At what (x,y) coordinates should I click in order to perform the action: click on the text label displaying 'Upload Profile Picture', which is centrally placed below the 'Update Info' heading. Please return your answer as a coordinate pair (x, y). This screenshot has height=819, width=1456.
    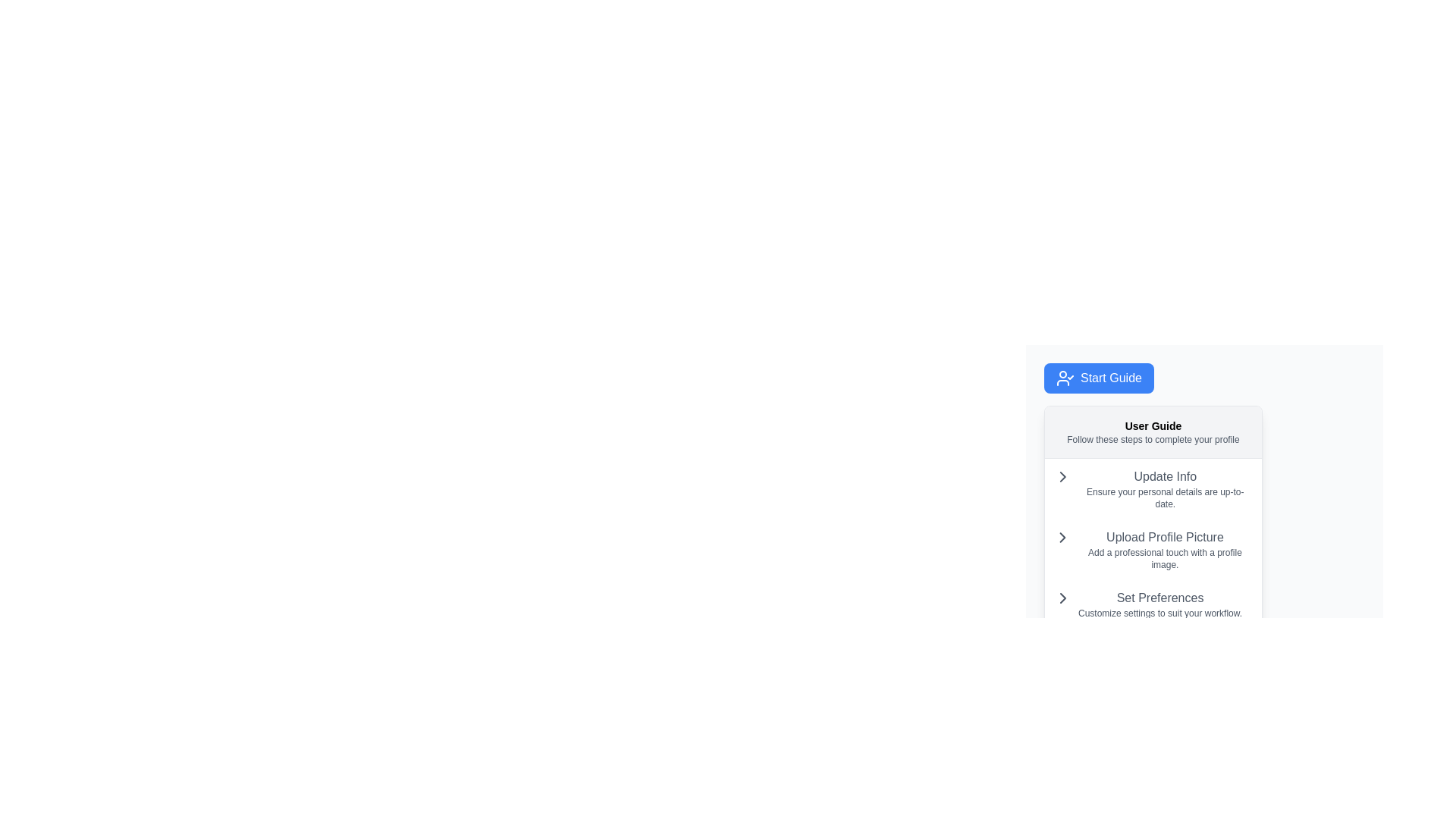
    Looking at the image, I should click on (1164, 537).